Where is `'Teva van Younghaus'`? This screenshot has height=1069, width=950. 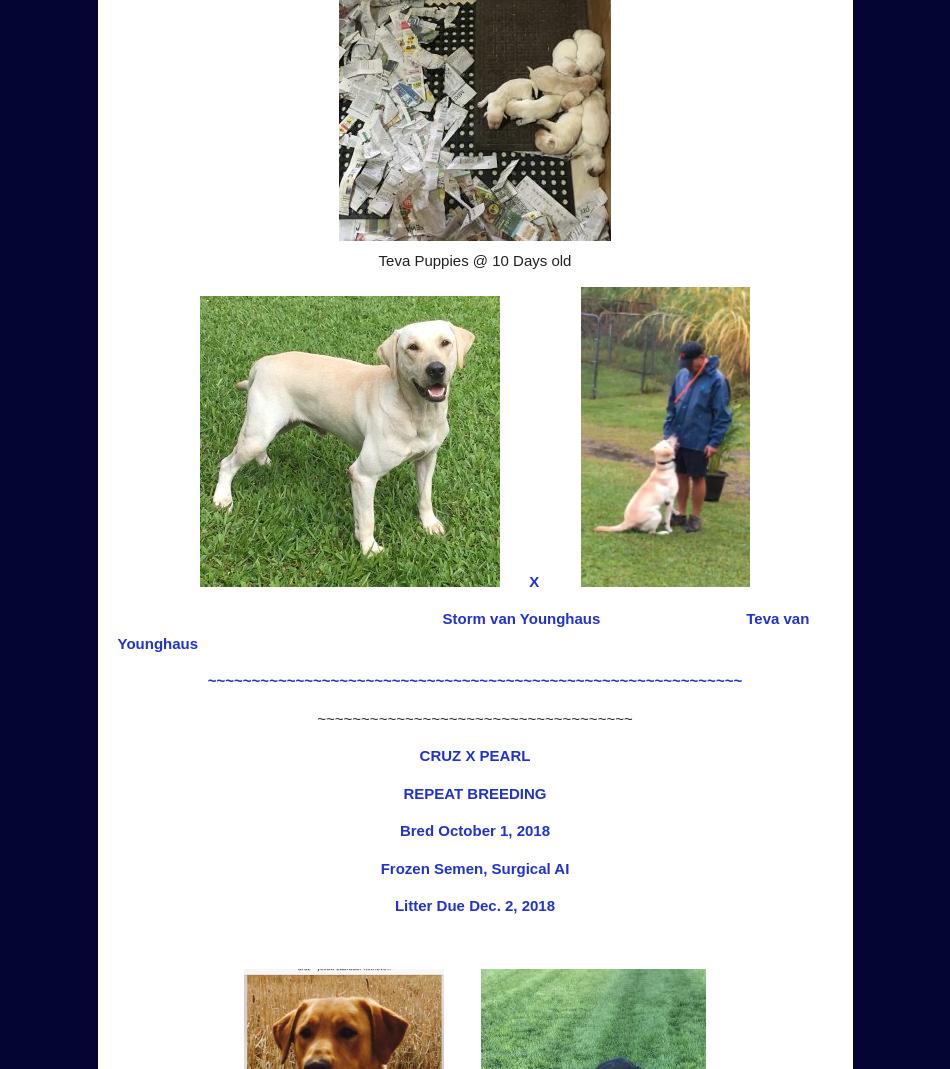
'Teva van Younghaus' is located at coordinates (462, 630).